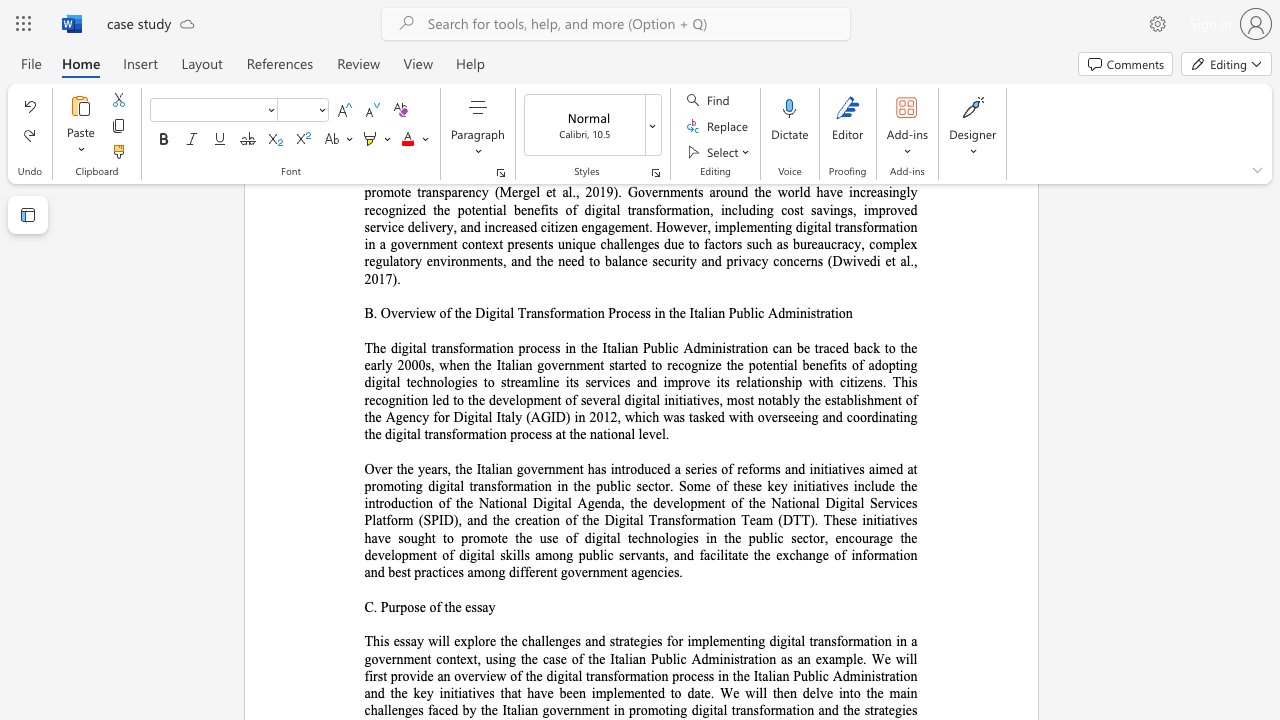  I want to click on the 3th character "s" in the text, so click(688, 469).